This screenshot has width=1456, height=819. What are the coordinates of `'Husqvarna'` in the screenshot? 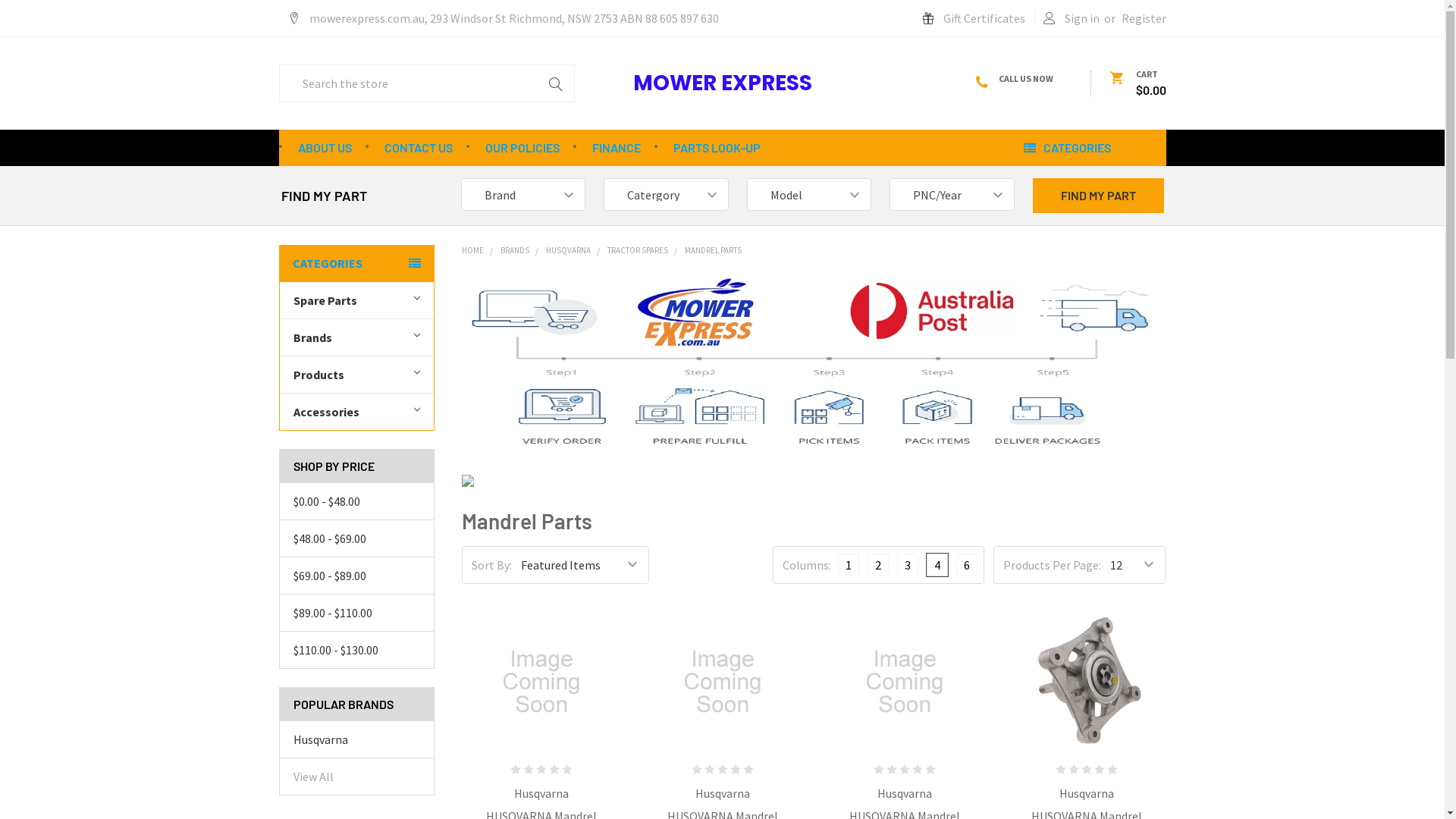 It's located at (355, 739).